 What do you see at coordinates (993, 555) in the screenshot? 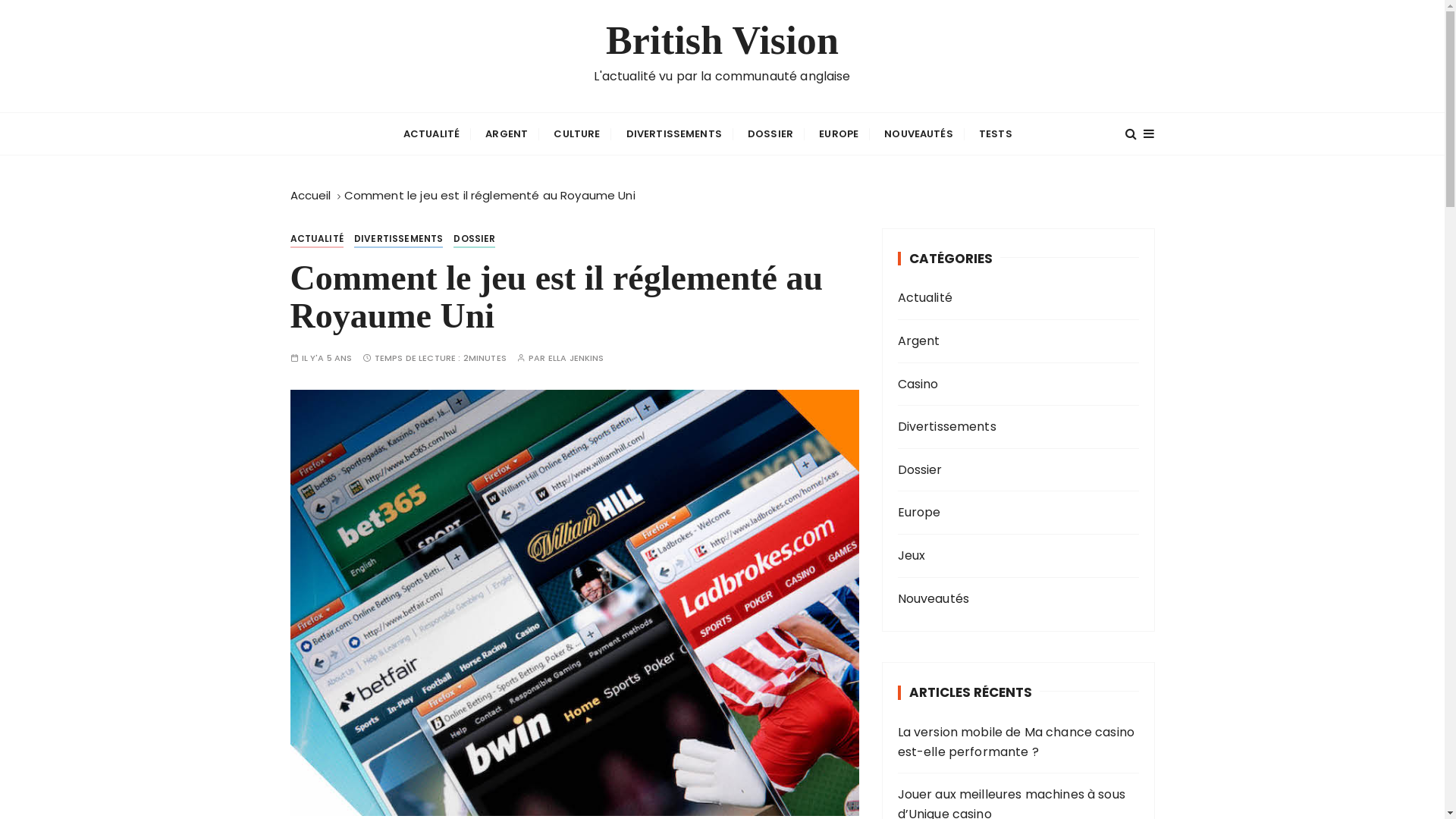
I see `'Jeux'` at bounding box center [993, 555].